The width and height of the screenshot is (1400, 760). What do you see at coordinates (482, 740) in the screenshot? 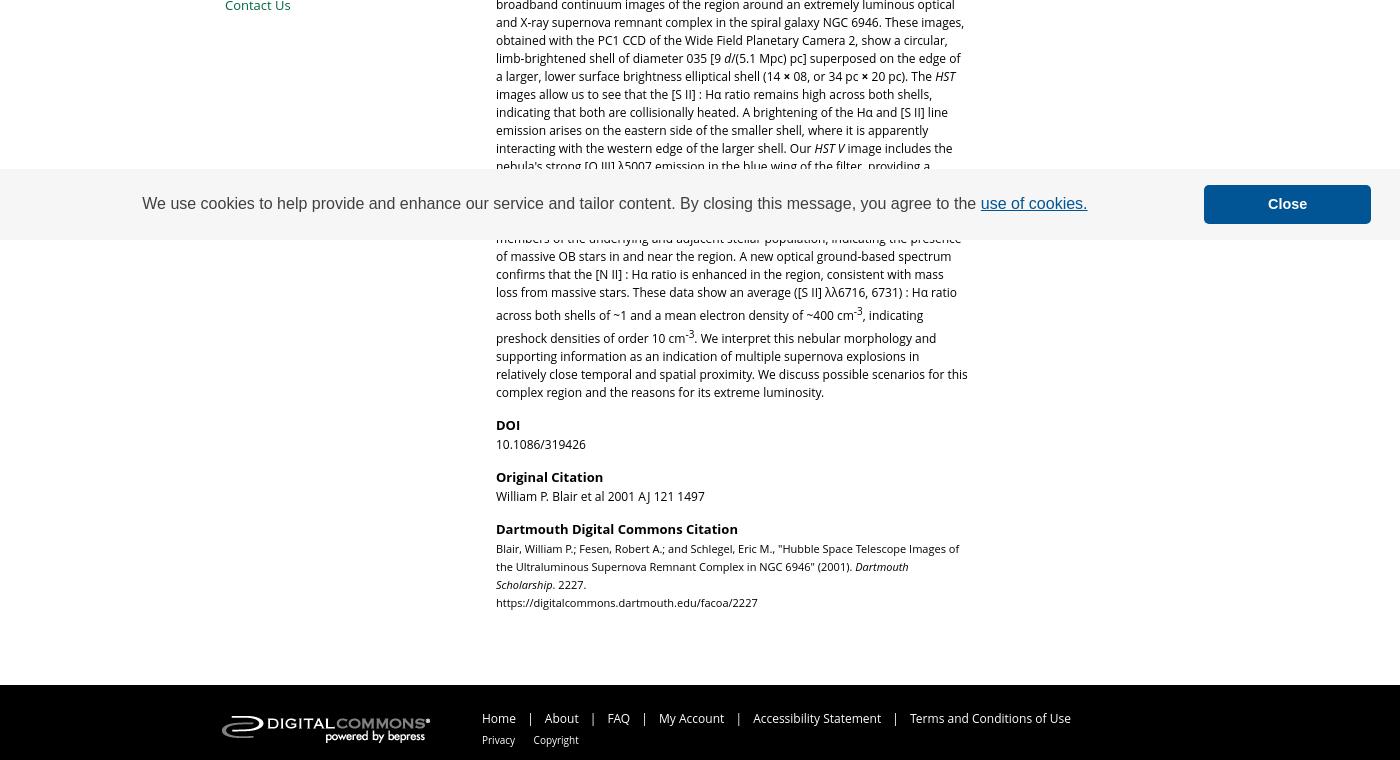
I see `'Privacy'` at bounding box center [482, 740].